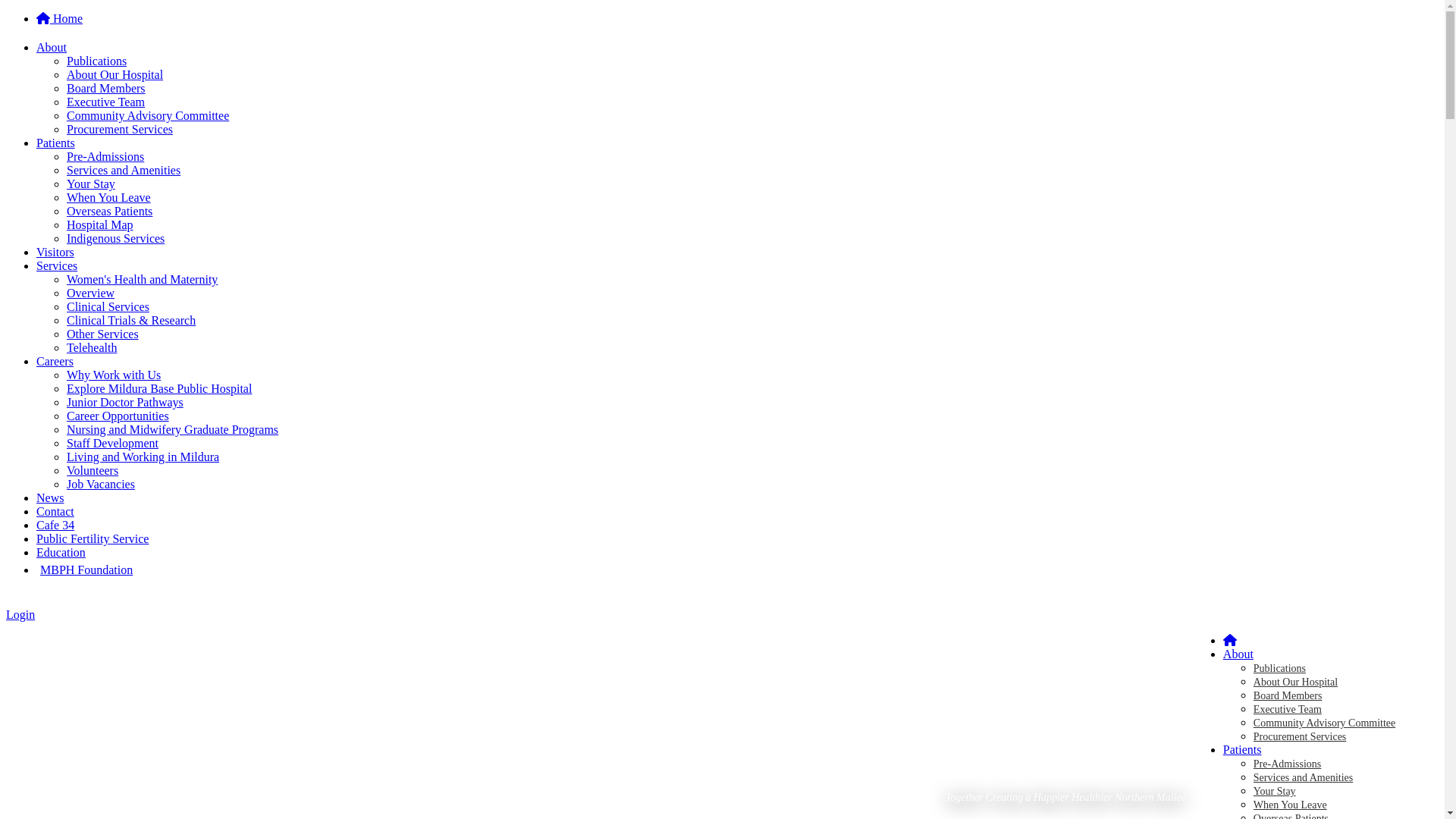 This screenshot has height=819, width=1456. What do you see at coordinates (1287, 709) in the screenshot?
I see `'Executive Team'` at bounding box center [1287, 709].